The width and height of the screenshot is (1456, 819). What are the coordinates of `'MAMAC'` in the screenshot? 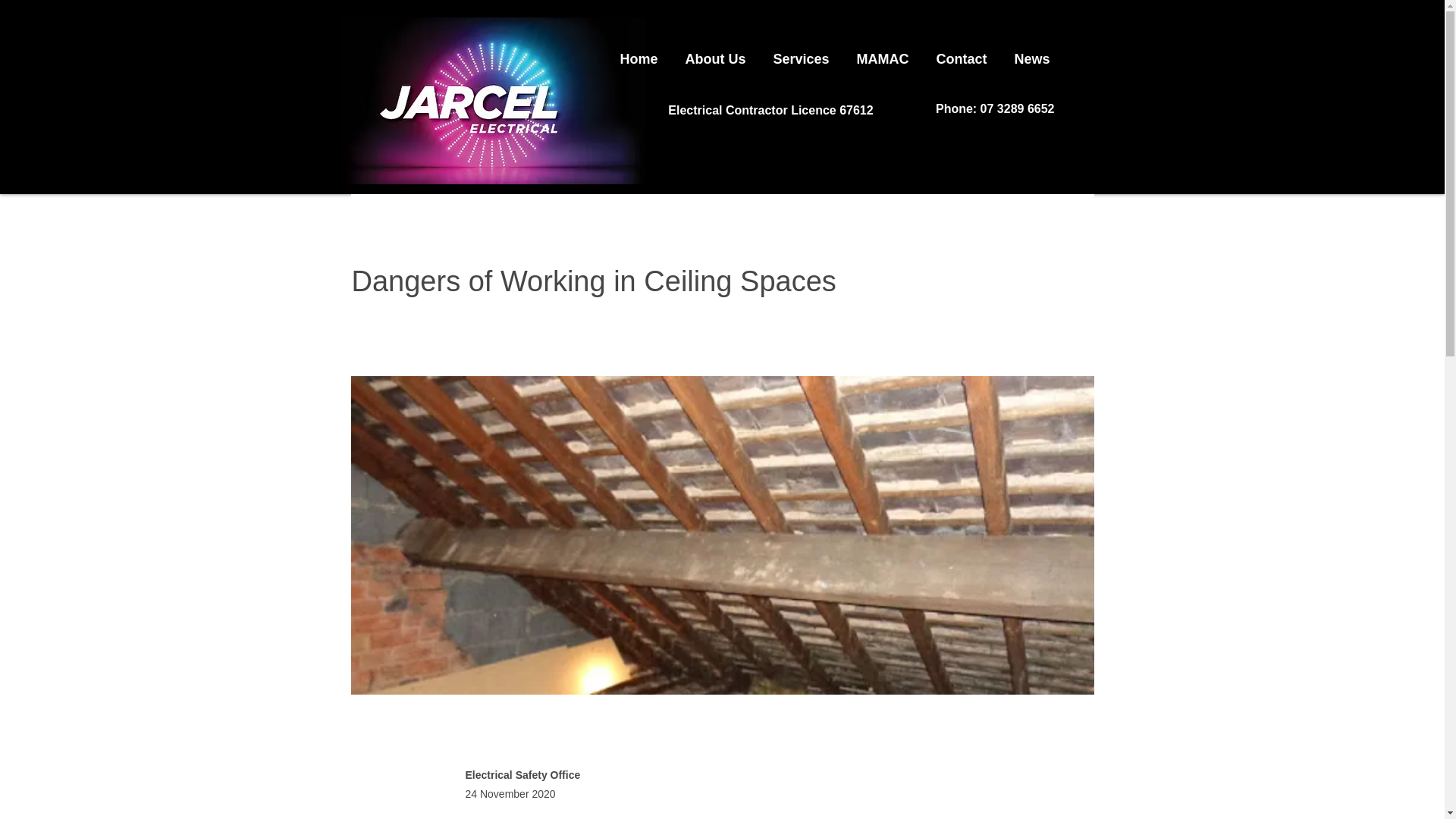 It's located at (883, 52).